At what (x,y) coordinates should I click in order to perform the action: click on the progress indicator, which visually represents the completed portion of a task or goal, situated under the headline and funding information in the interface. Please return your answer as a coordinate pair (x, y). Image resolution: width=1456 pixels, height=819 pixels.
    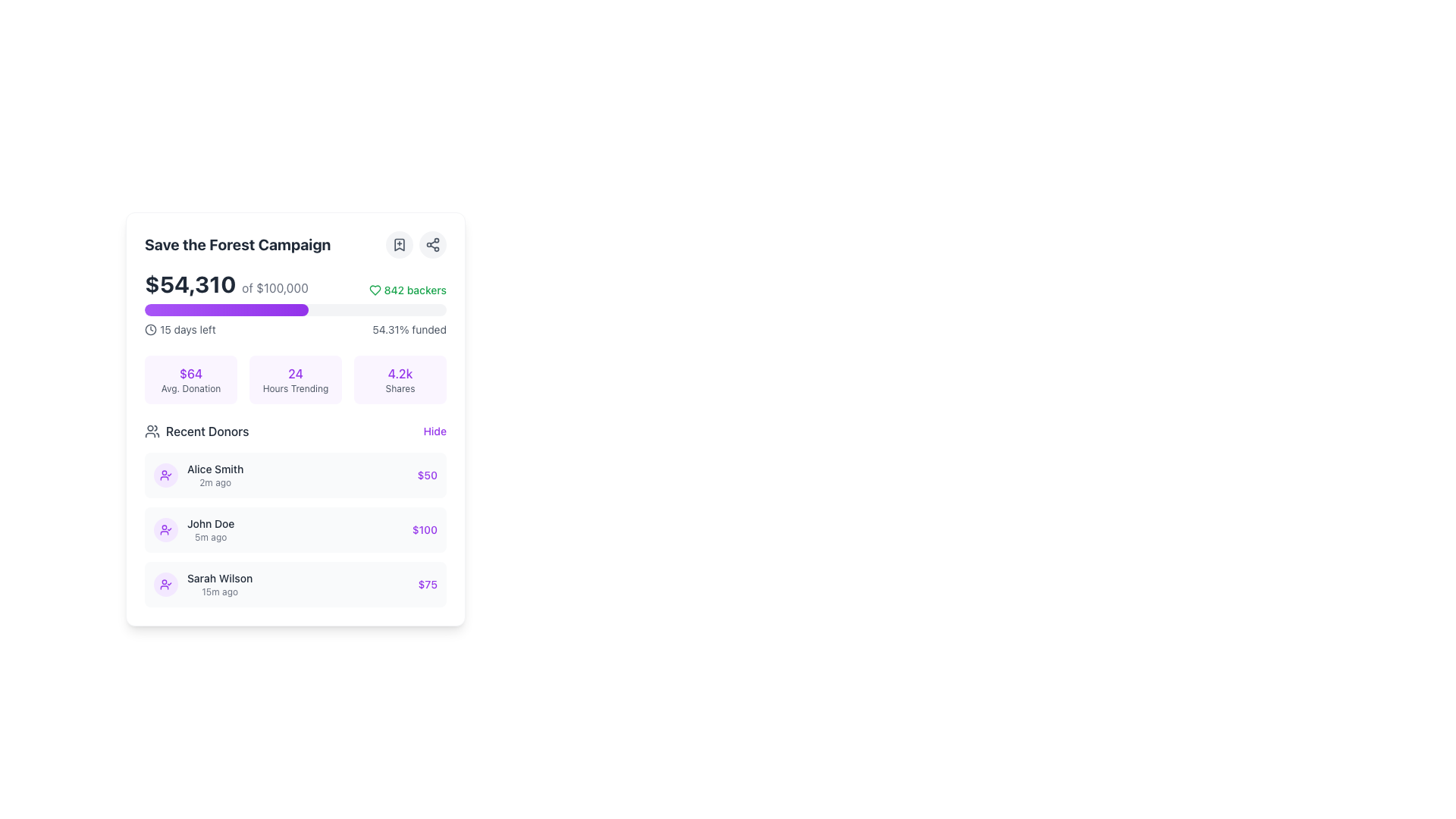
    Looking at the image, I should click on (226, 309).